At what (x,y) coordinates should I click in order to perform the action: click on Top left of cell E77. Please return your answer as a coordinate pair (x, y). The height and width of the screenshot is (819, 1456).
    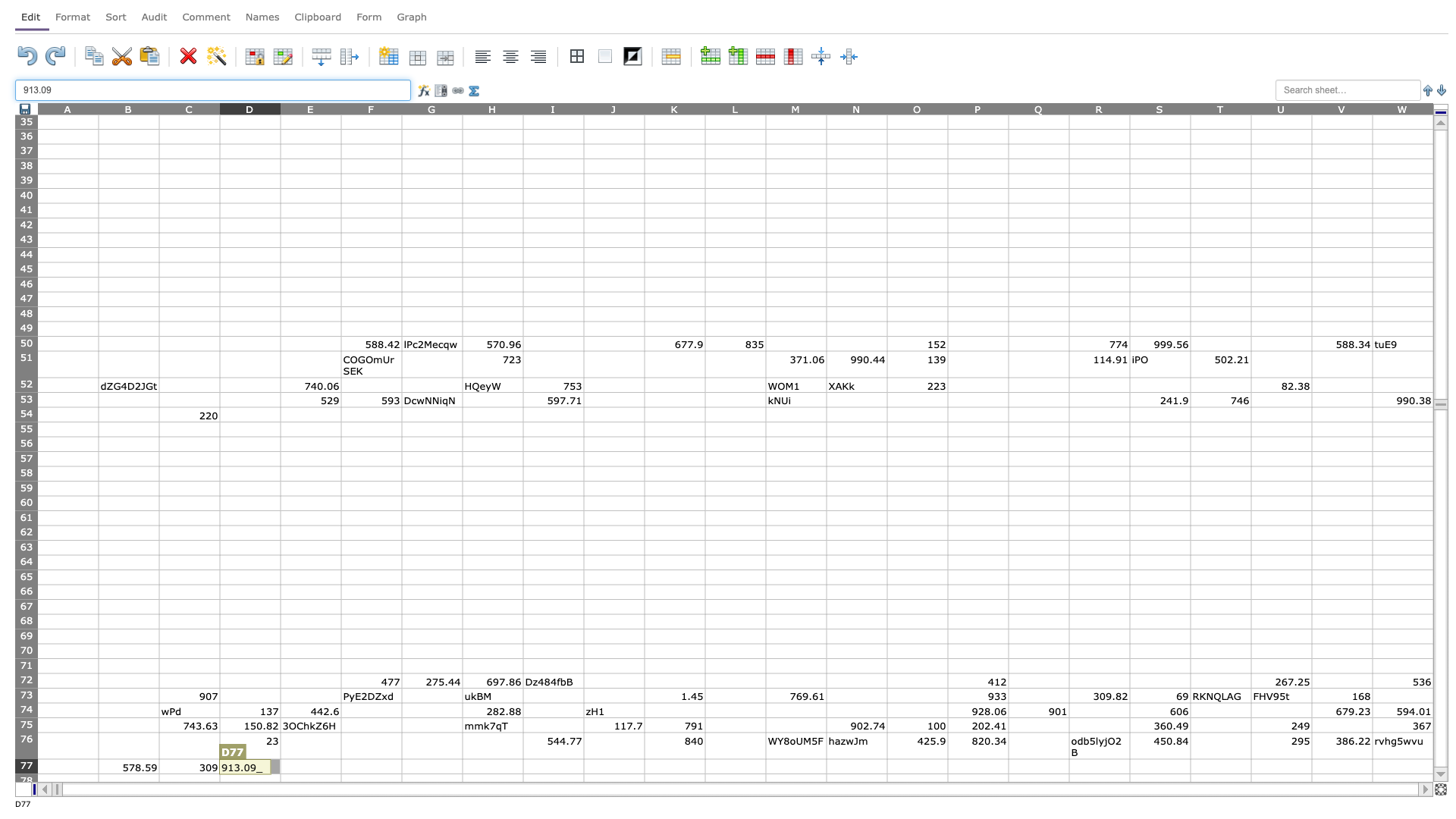
    Looking at the image, I should click on (280, 759).